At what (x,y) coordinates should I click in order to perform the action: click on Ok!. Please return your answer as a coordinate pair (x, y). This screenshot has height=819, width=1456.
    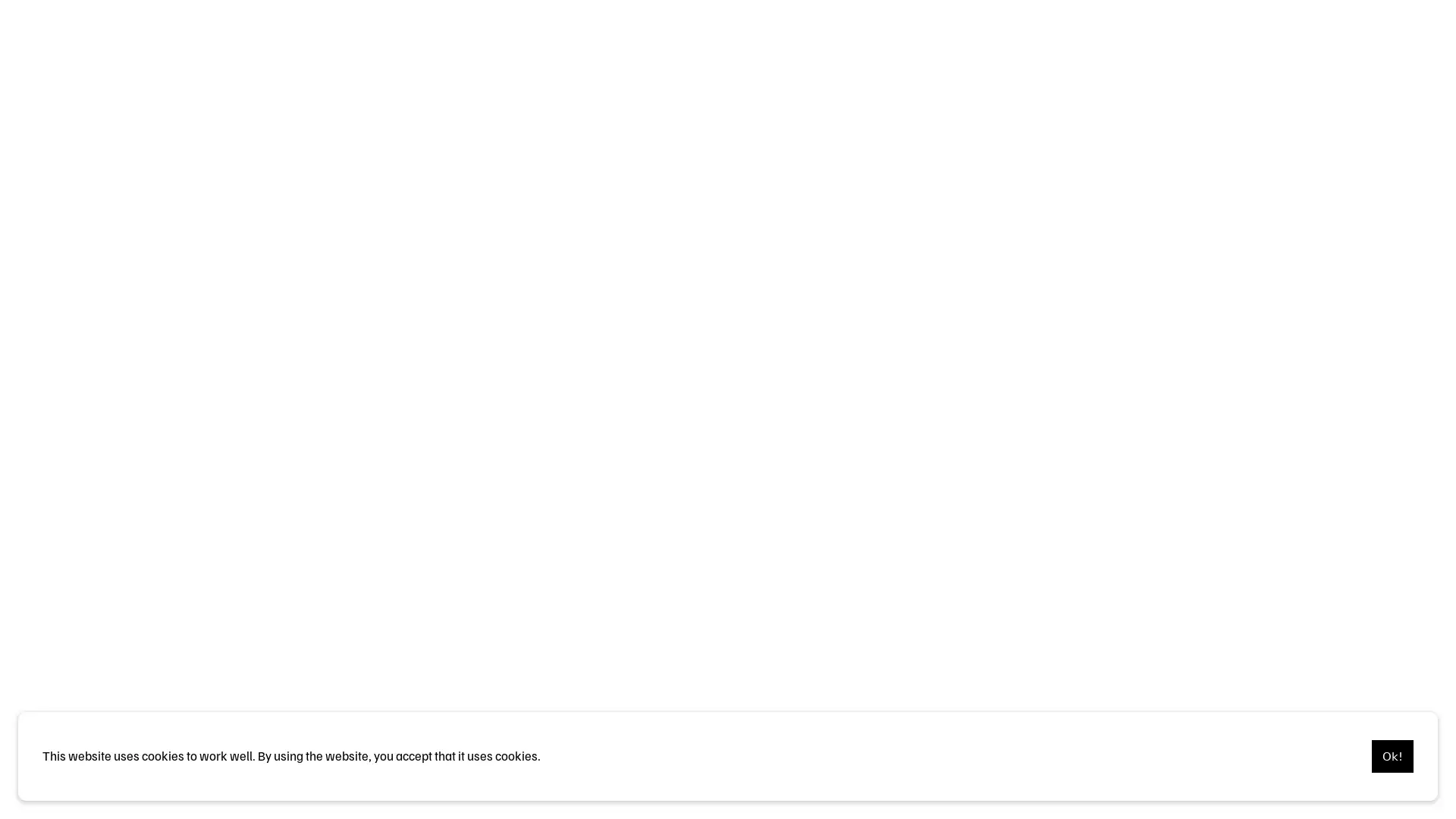
    Looking at the image, I should click on (1392, 755).